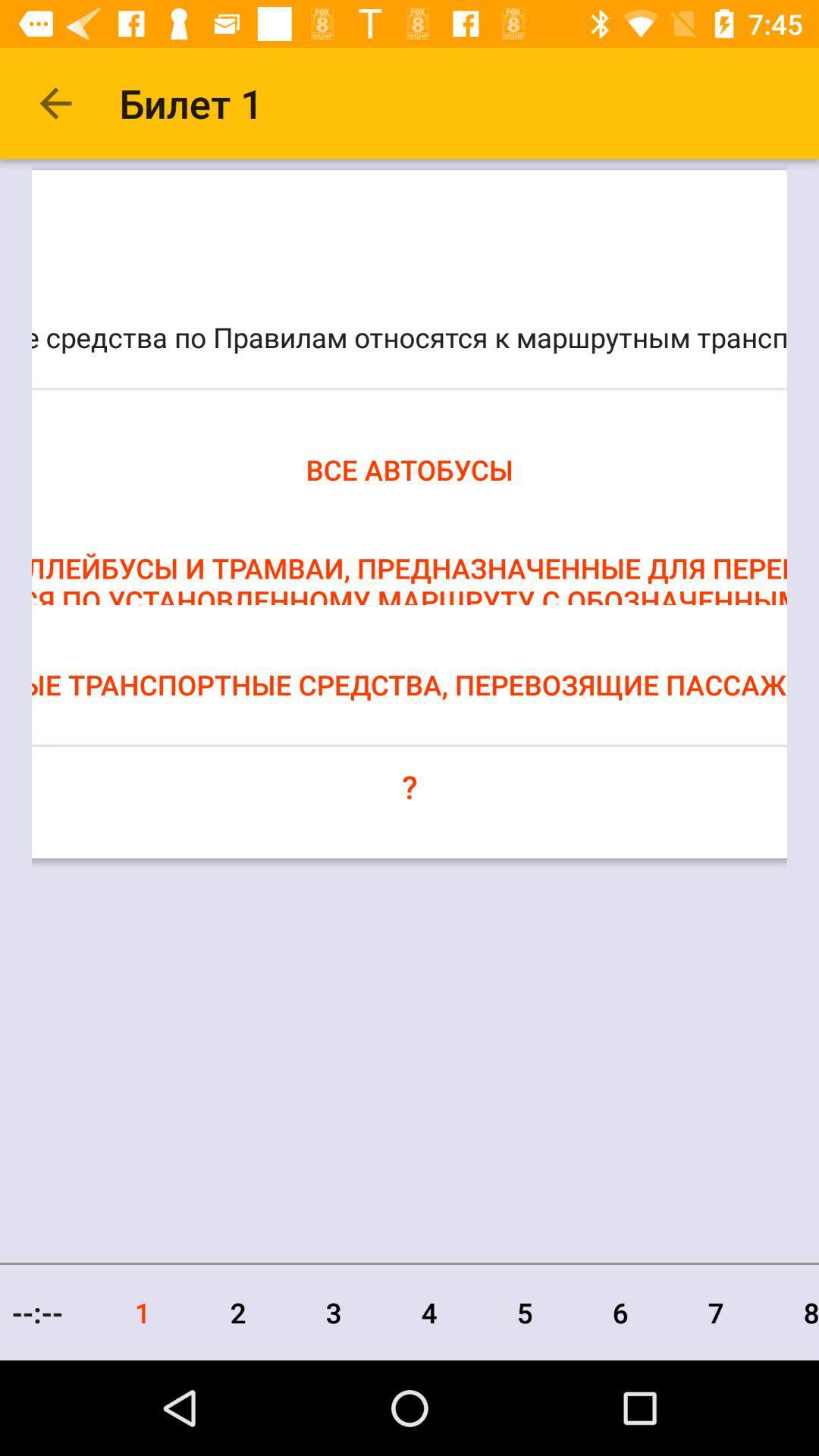 Image resolution: width=819 pixels, height=1456 pixels. I want to click on the icon next to 6 item, so click(524, 1312).